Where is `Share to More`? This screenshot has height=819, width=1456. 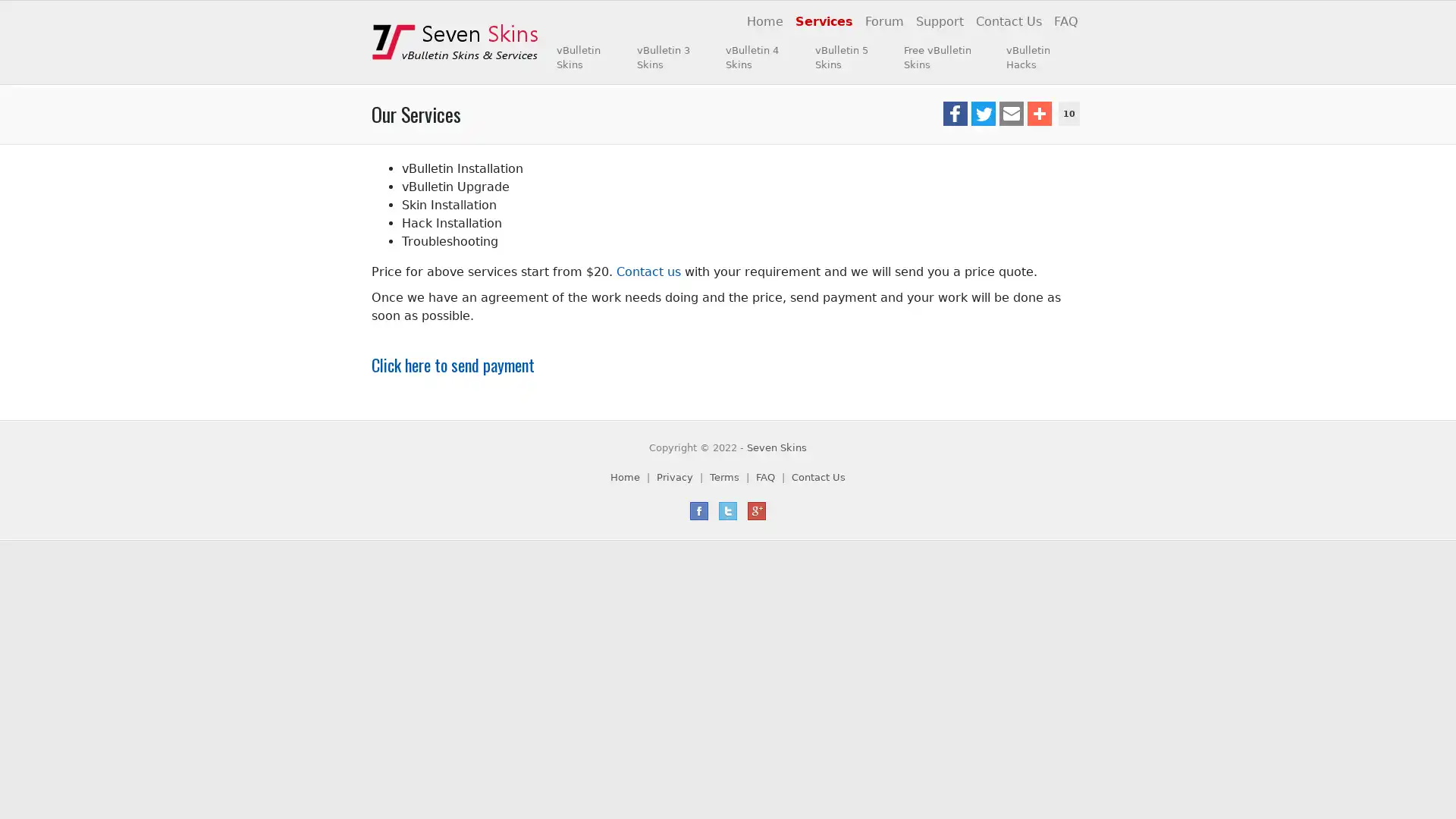
Share to More is located at coordinates (1037, 113).